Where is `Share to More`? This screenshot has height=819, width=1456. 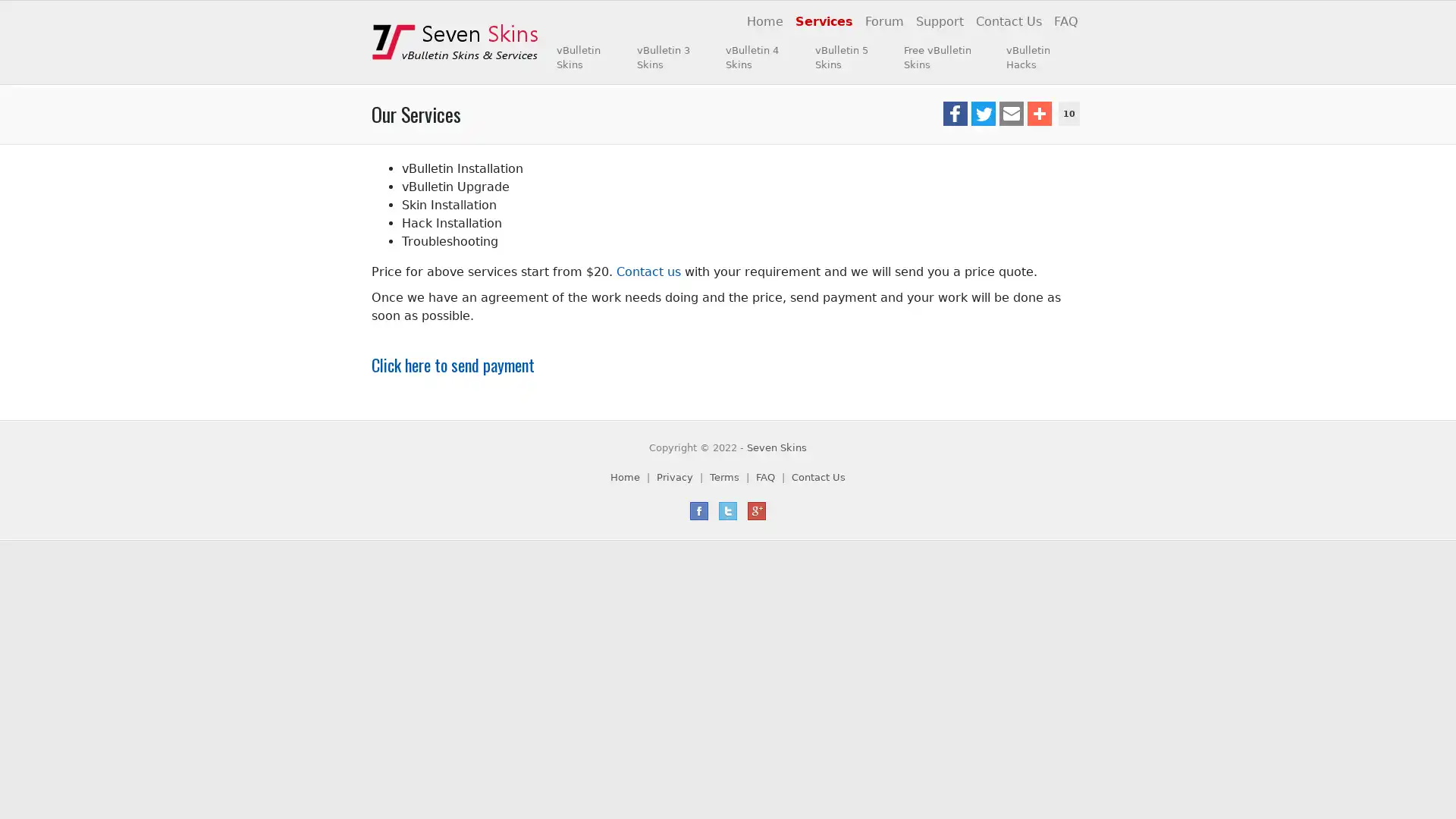
Share to More is located at coordinates (1037, 113).